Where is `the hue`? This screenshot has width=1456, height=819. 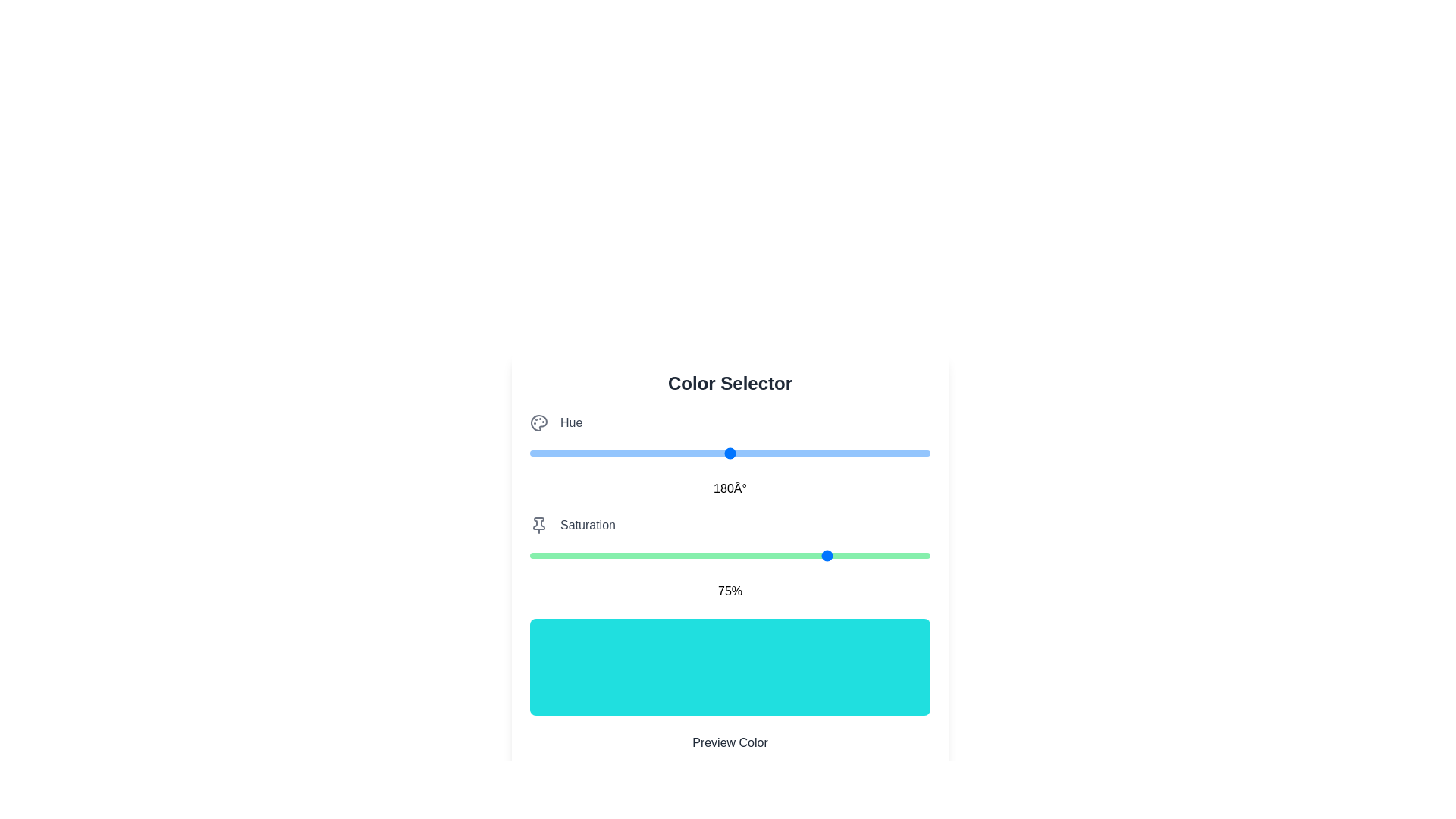
the hue is located at coordinates (624, 452).